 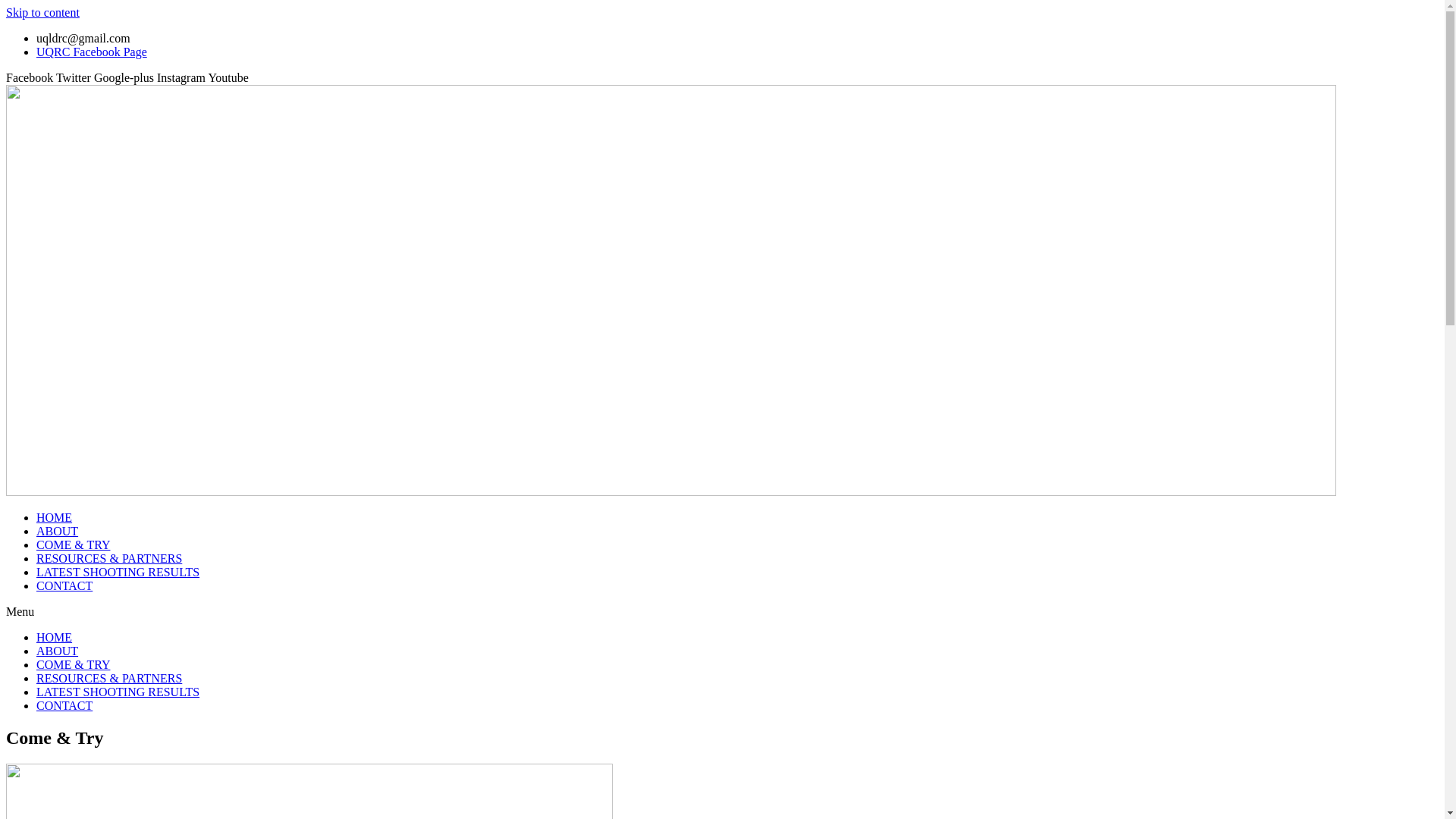 What do you see at coordinates (57, 530) in the screenshot?
I see `'ABOUT'` at bounding box center [57, 530].